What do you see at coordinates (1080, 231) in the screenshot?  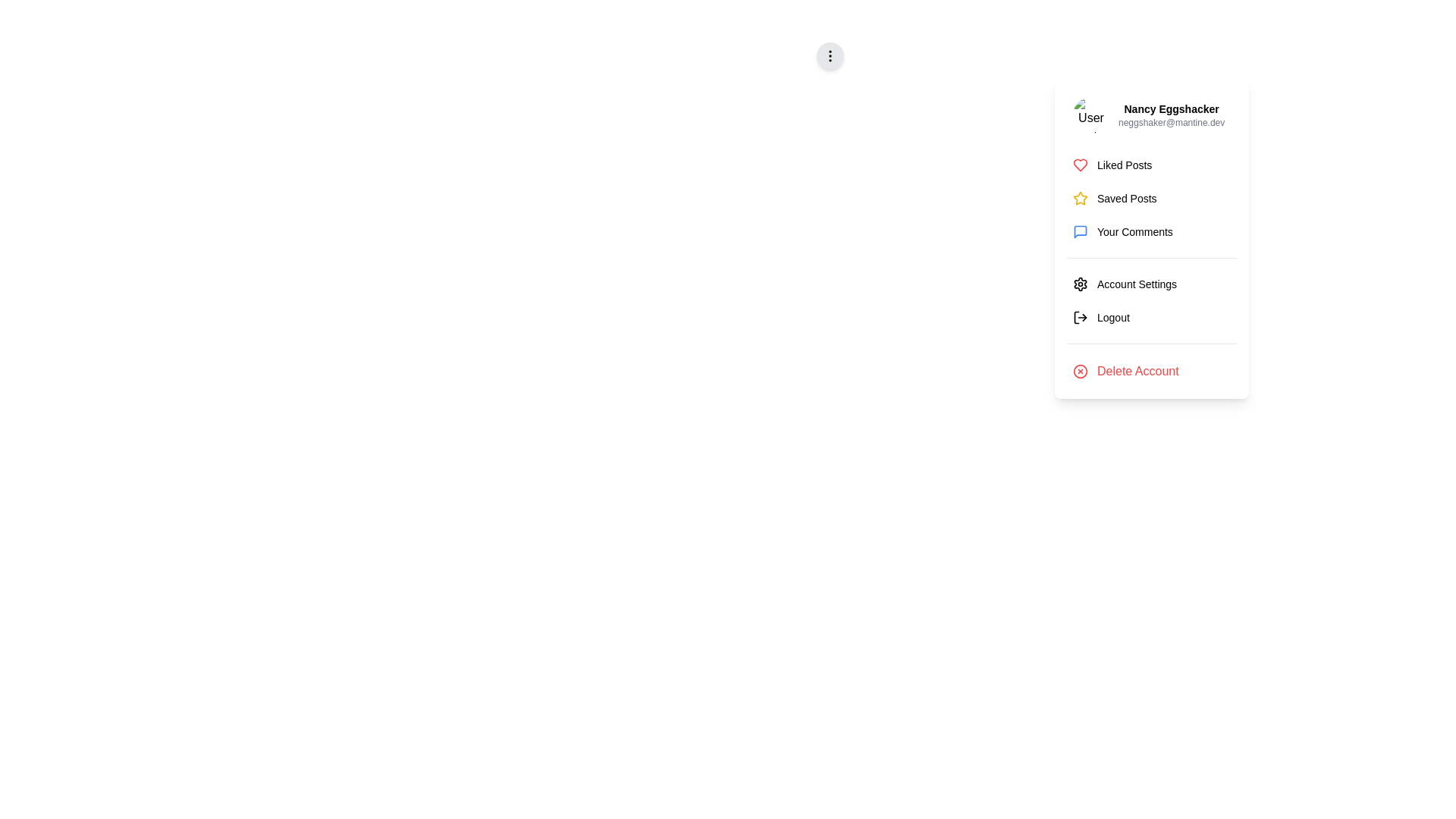 I see `the third icon in the menu that serves as a visual cue for the 'Your Comments' option` at bounding box center [1080, 231].